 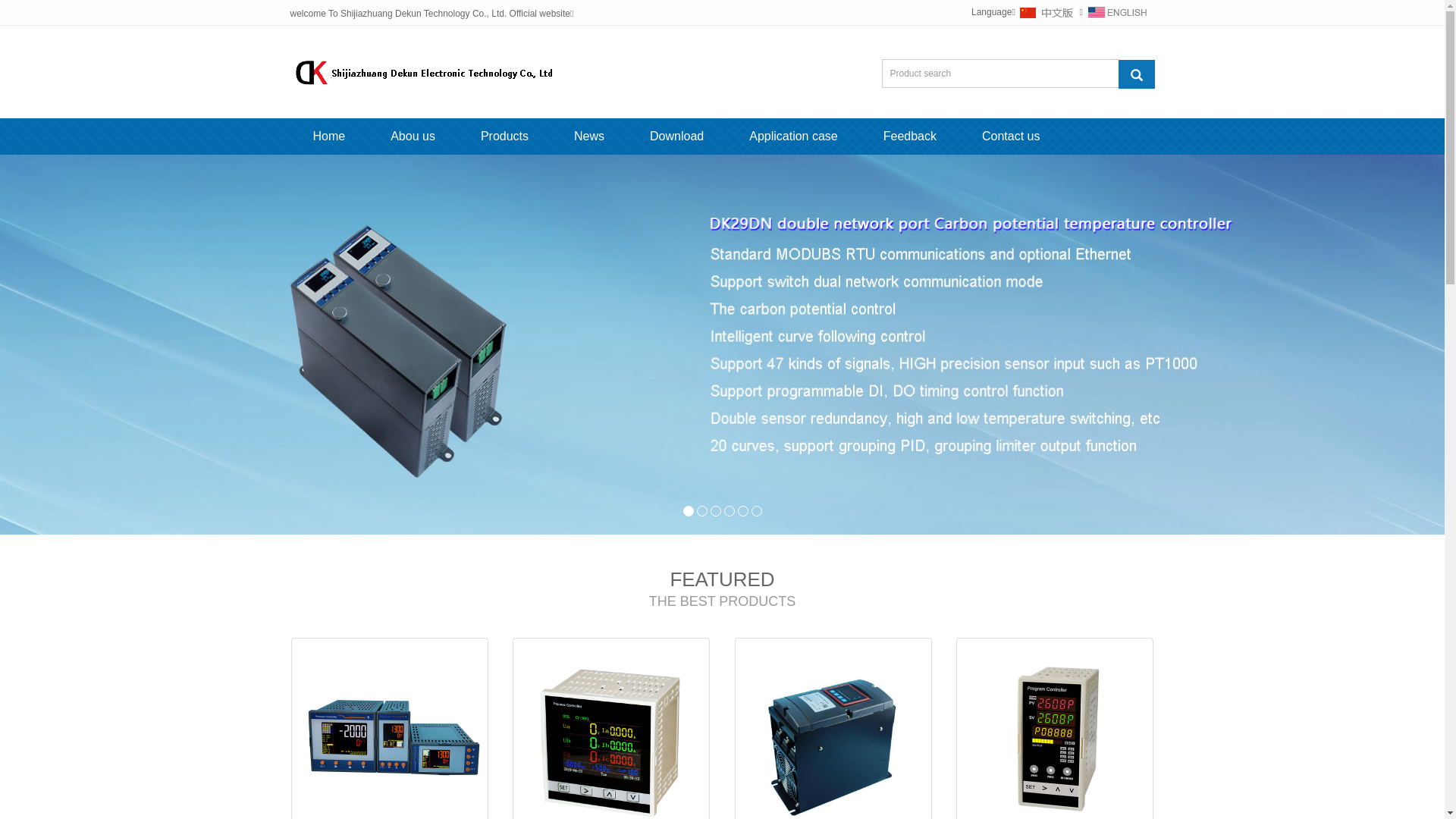 What do you see at coordinates (701, 511) in the screenshot?
I see `'2'` at bounding box center [701, 511].